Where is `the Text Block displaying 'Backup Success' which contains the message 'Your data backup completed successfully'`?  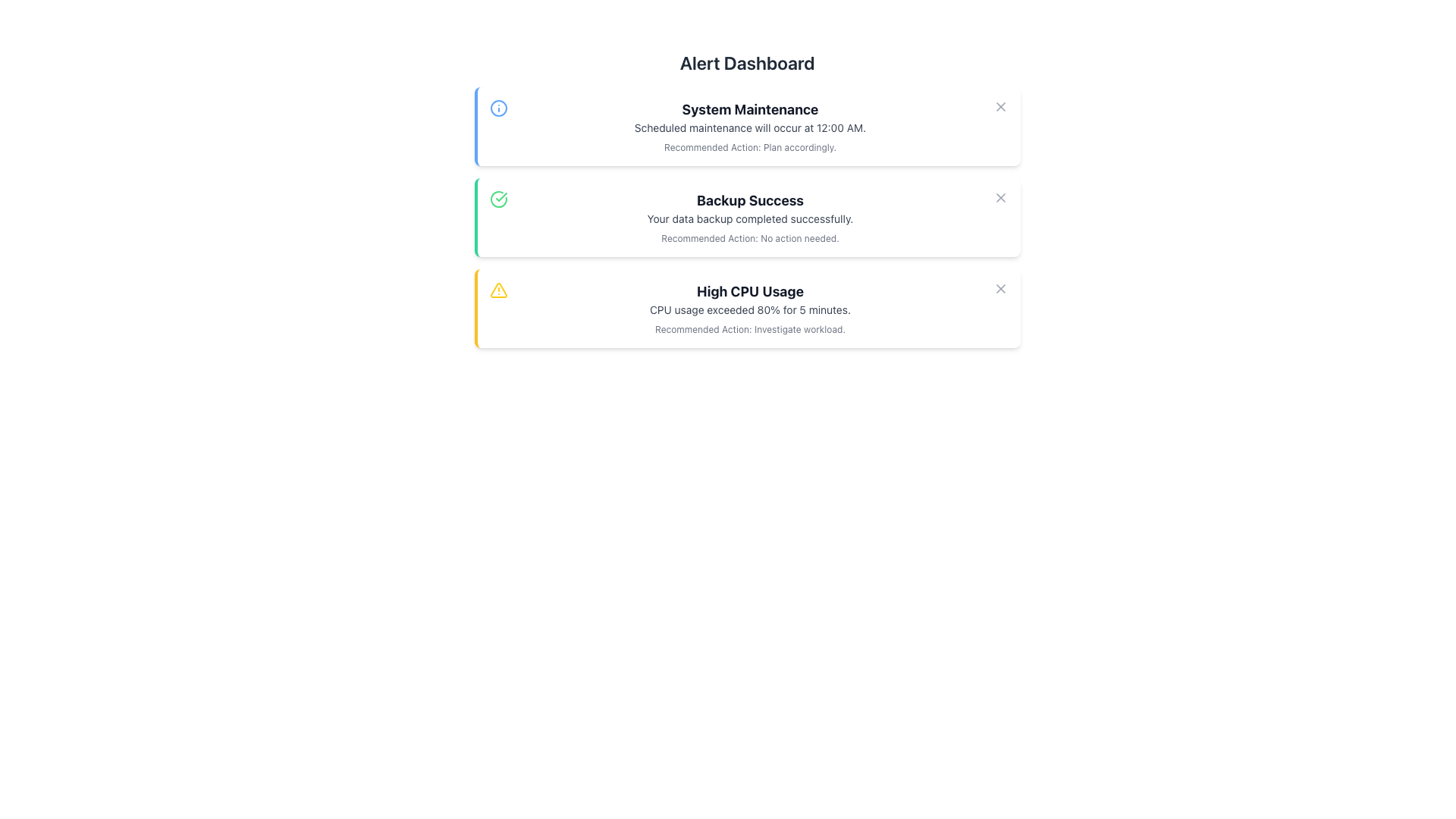
the Text Block displaying 'Backup Success' which contains the message 'Your data backup completed successfully' is located at coordinates (750, 217).